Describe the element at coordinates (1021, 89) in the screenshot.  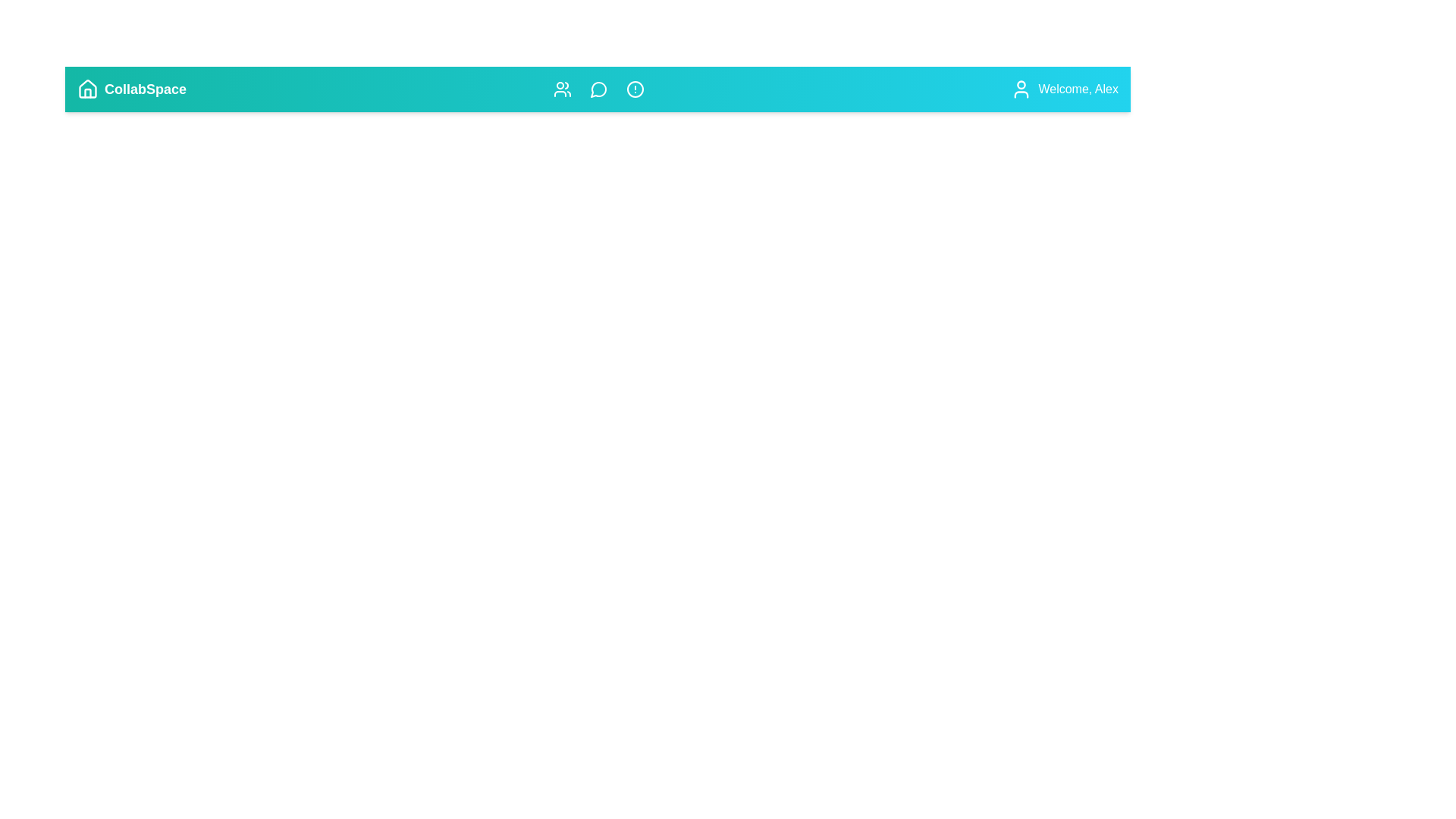
I see `the profile icon to access user settings or profile information` at that location.